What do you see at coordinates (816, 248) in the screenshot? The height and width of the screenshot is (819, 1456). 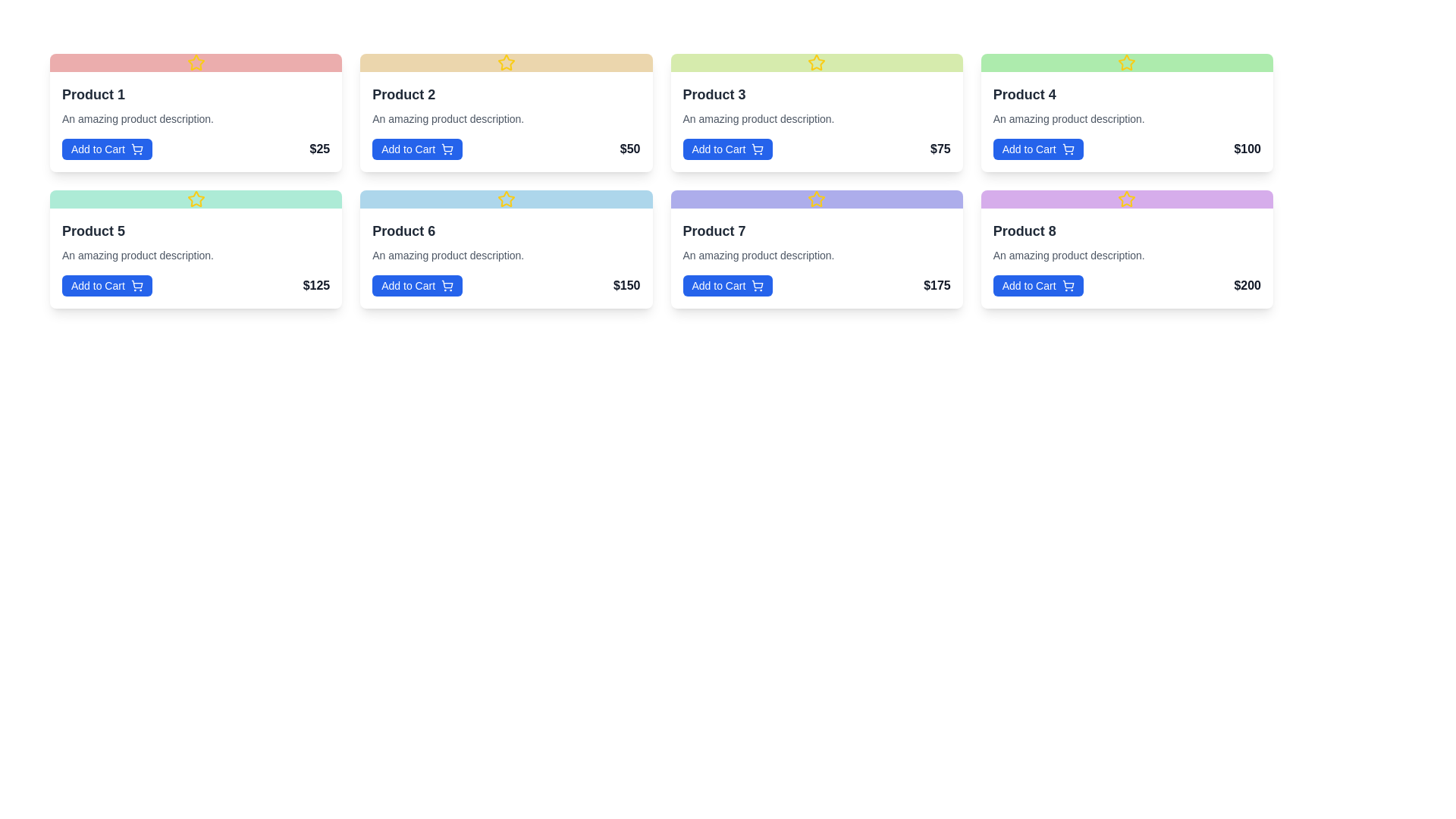 I see `the seventh Product Card in the grid layout, located in the second row and third column` at bounding box center [816, 248].